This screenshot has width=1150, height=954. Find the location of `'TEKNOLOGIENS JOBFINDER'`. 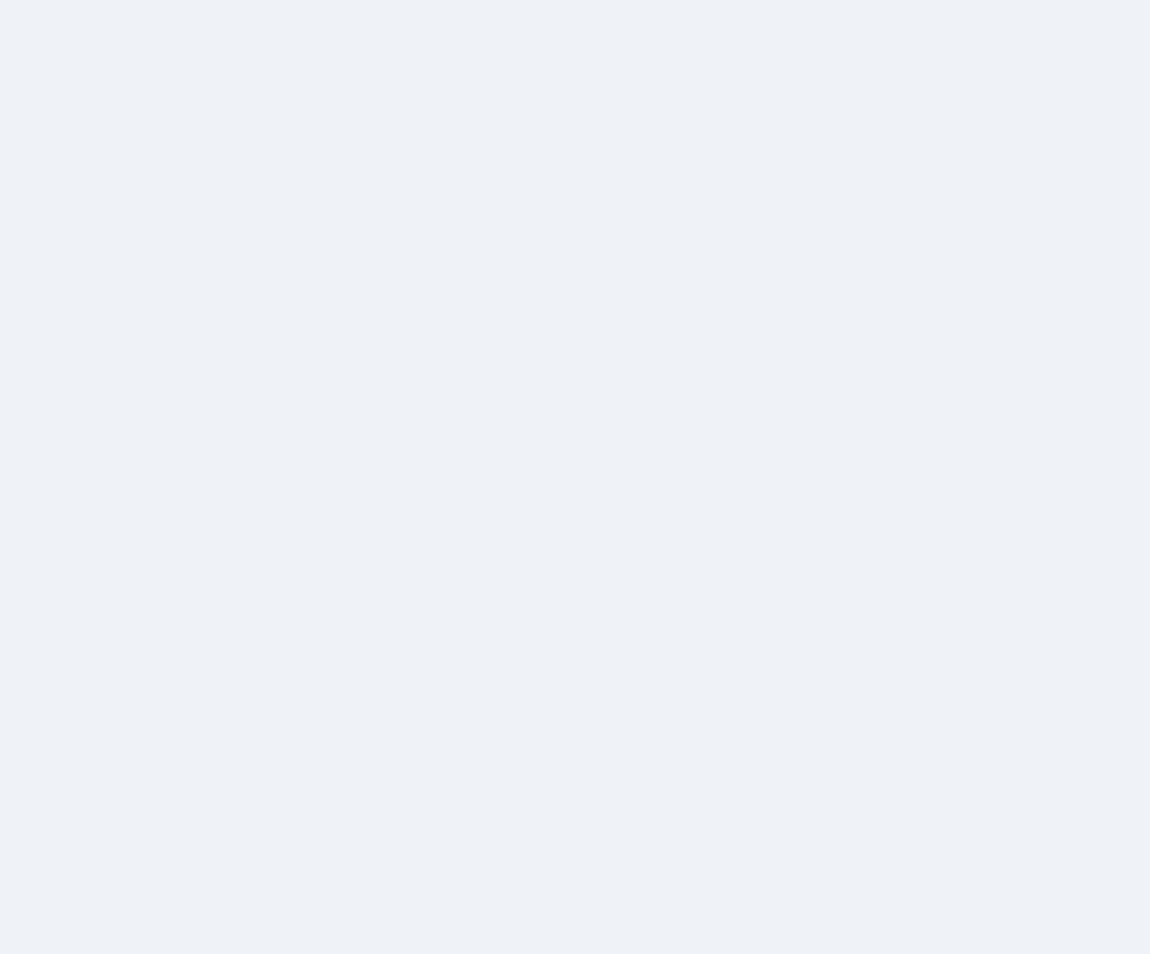

'TEKNOLOGIENS JOBFINDER' is located at coordinates (798, 608).